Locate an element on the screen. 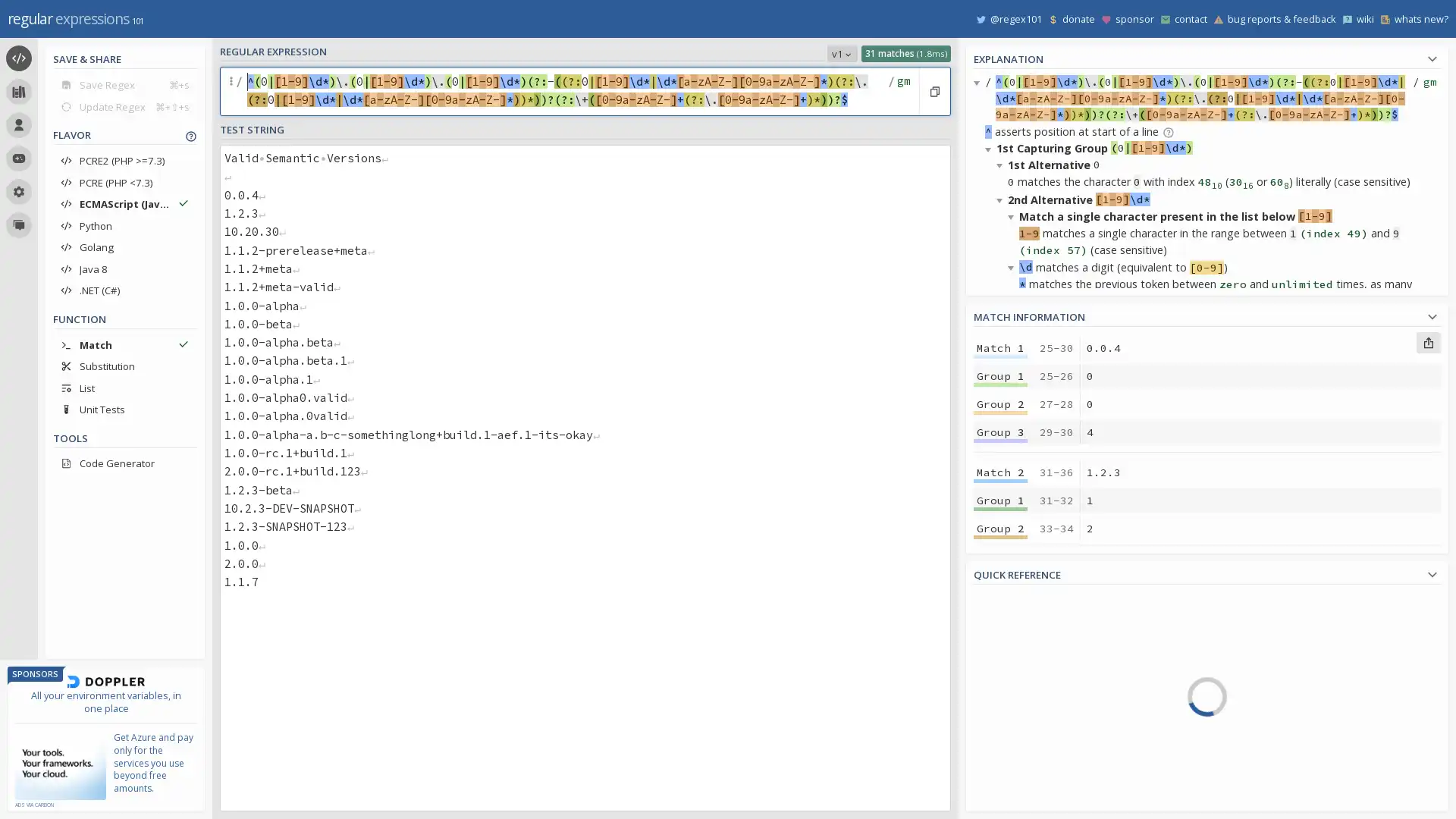 This screenshot has width=1456, height=819. A character in the range: a-z or A-Z [a-zA-Z] is located at coordinates (1282, 687).